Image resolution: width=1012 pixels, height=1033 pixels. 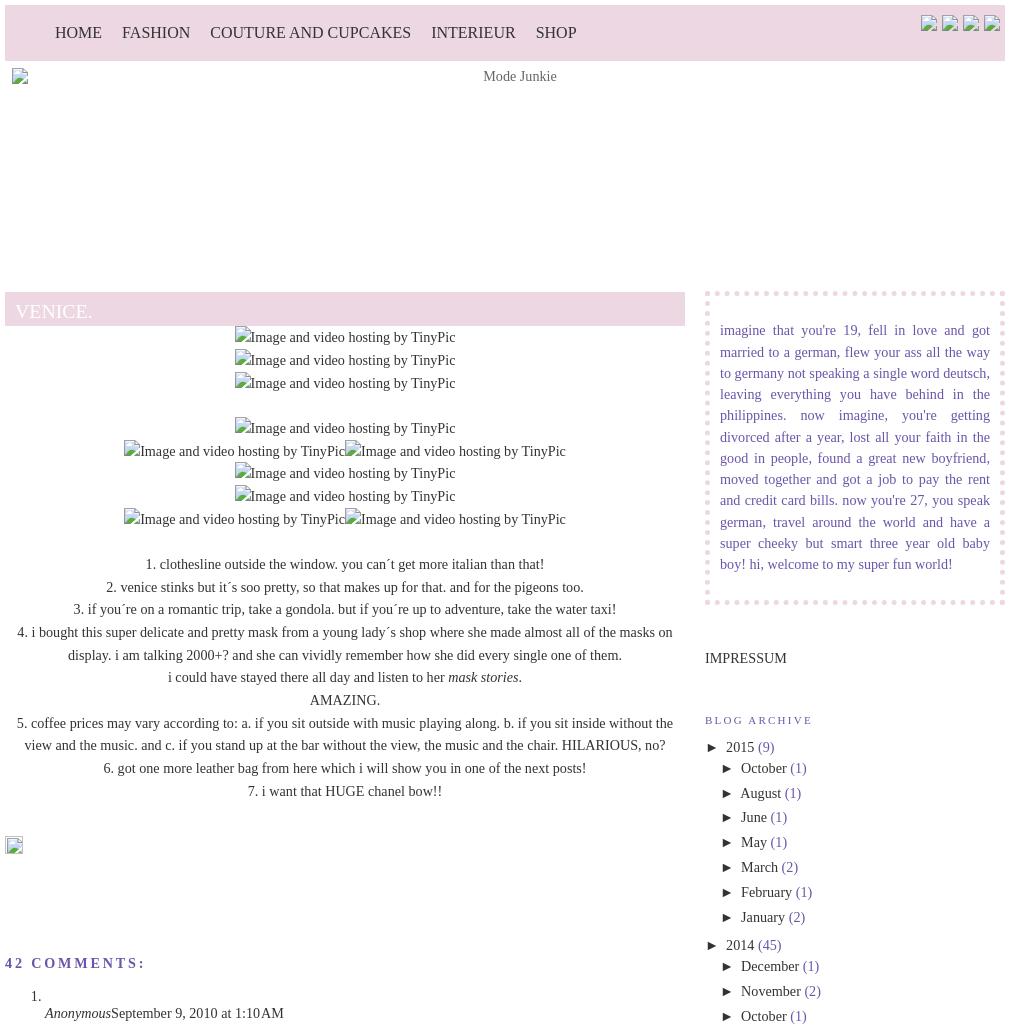 What do you see at coordinates (554, 32) in the screenshot?
I see `'Shop'` at bounding box center [554, 32].